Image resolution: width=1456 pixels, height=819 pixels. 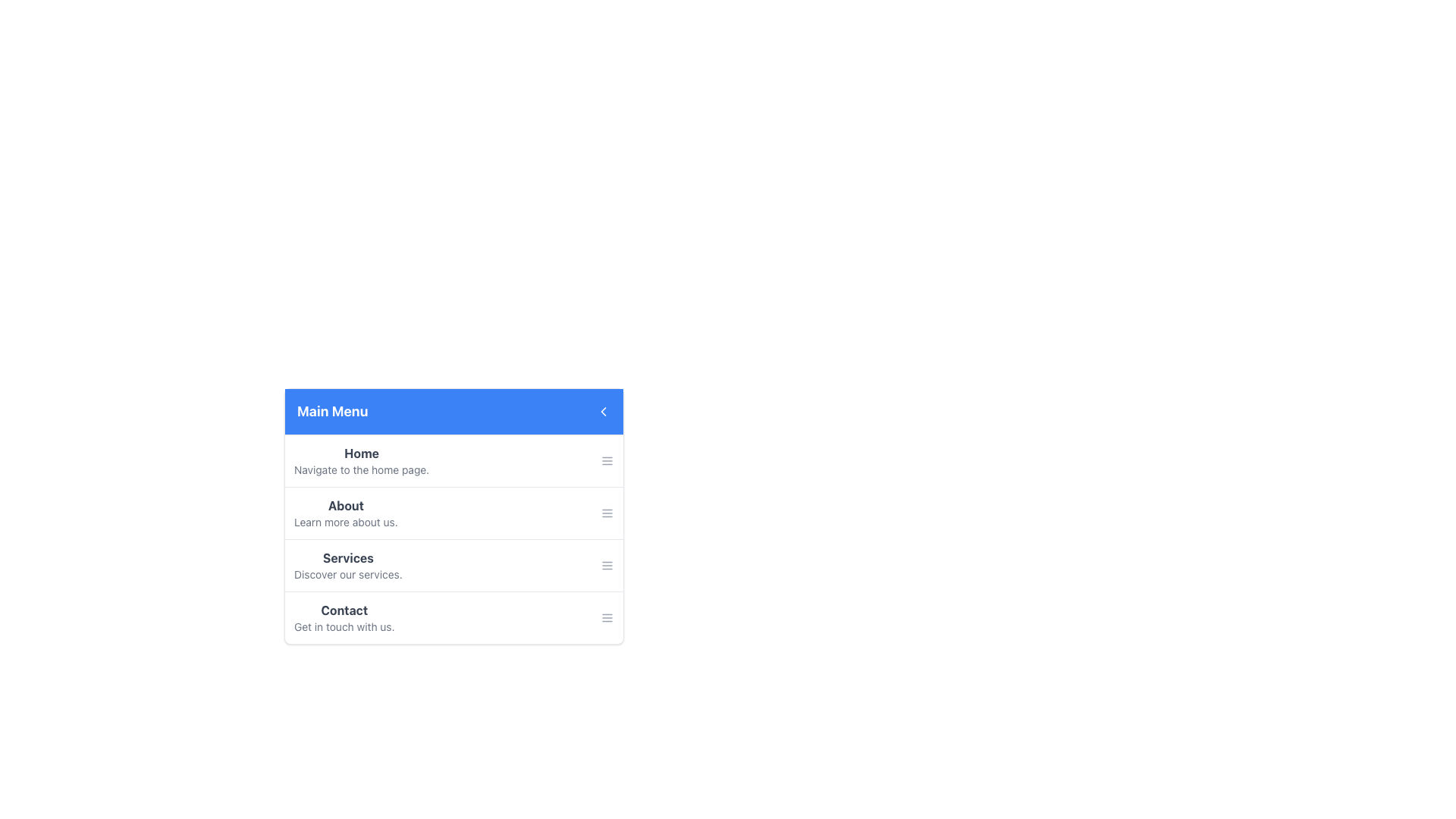 I want to click on information from the 'About' Text Label, which is the second row in the navigation list located between 'Home' and 'Services', so click(x=345, y=513).